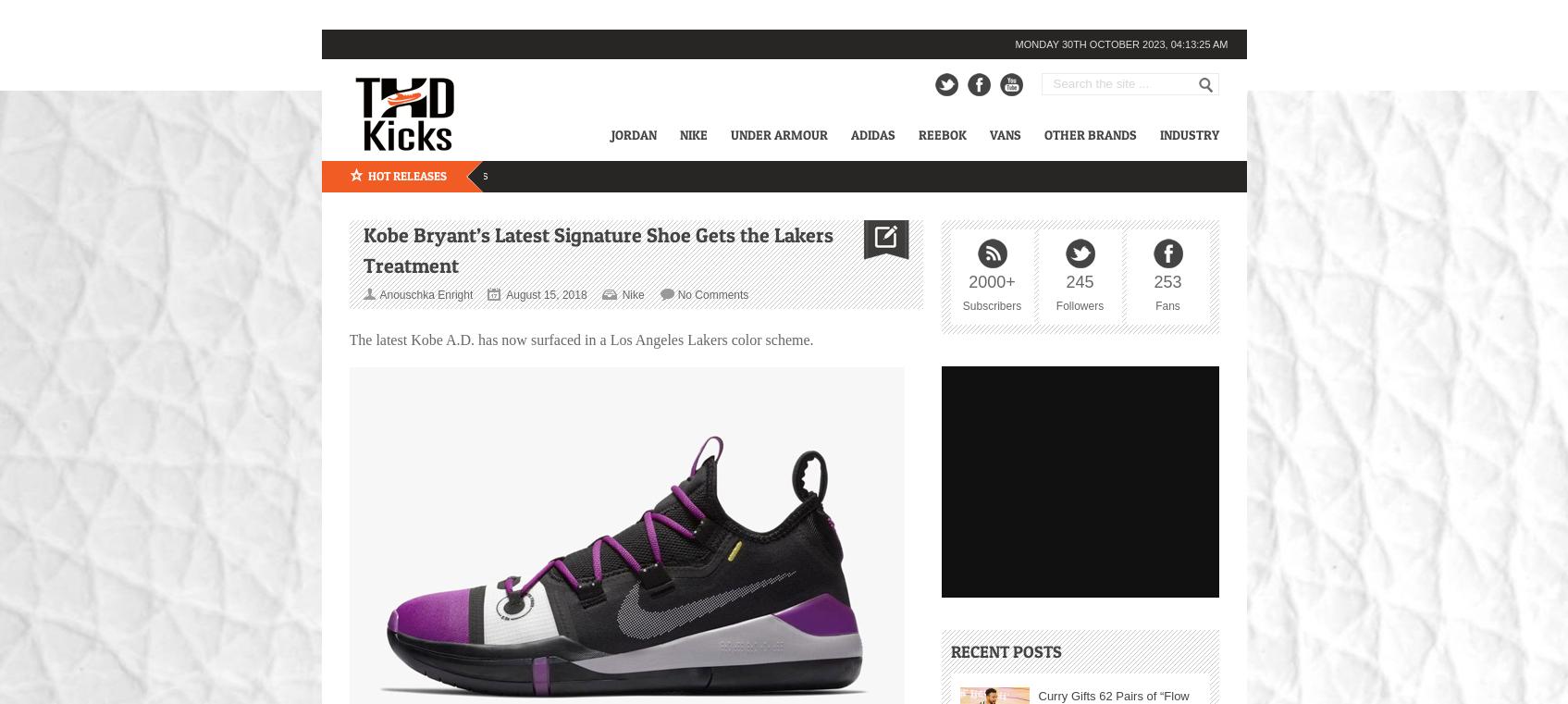 The width and height of the screenshot is (1568, 704). I want to click on '04:13:25 am', so click(1168, 43).